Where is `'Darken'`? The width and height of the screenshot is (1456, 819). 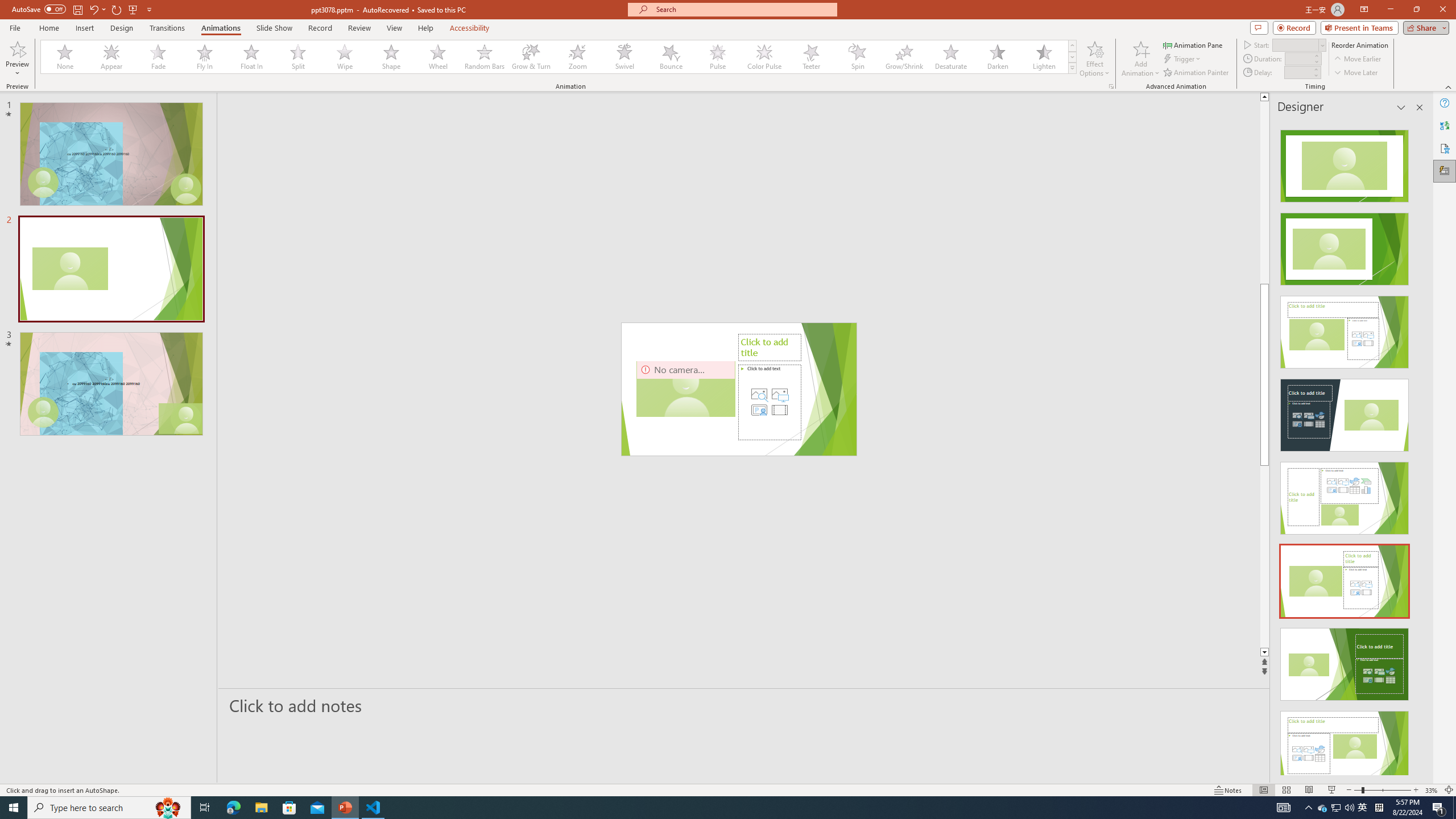 'Darken' is located at coordinates (996, 56).